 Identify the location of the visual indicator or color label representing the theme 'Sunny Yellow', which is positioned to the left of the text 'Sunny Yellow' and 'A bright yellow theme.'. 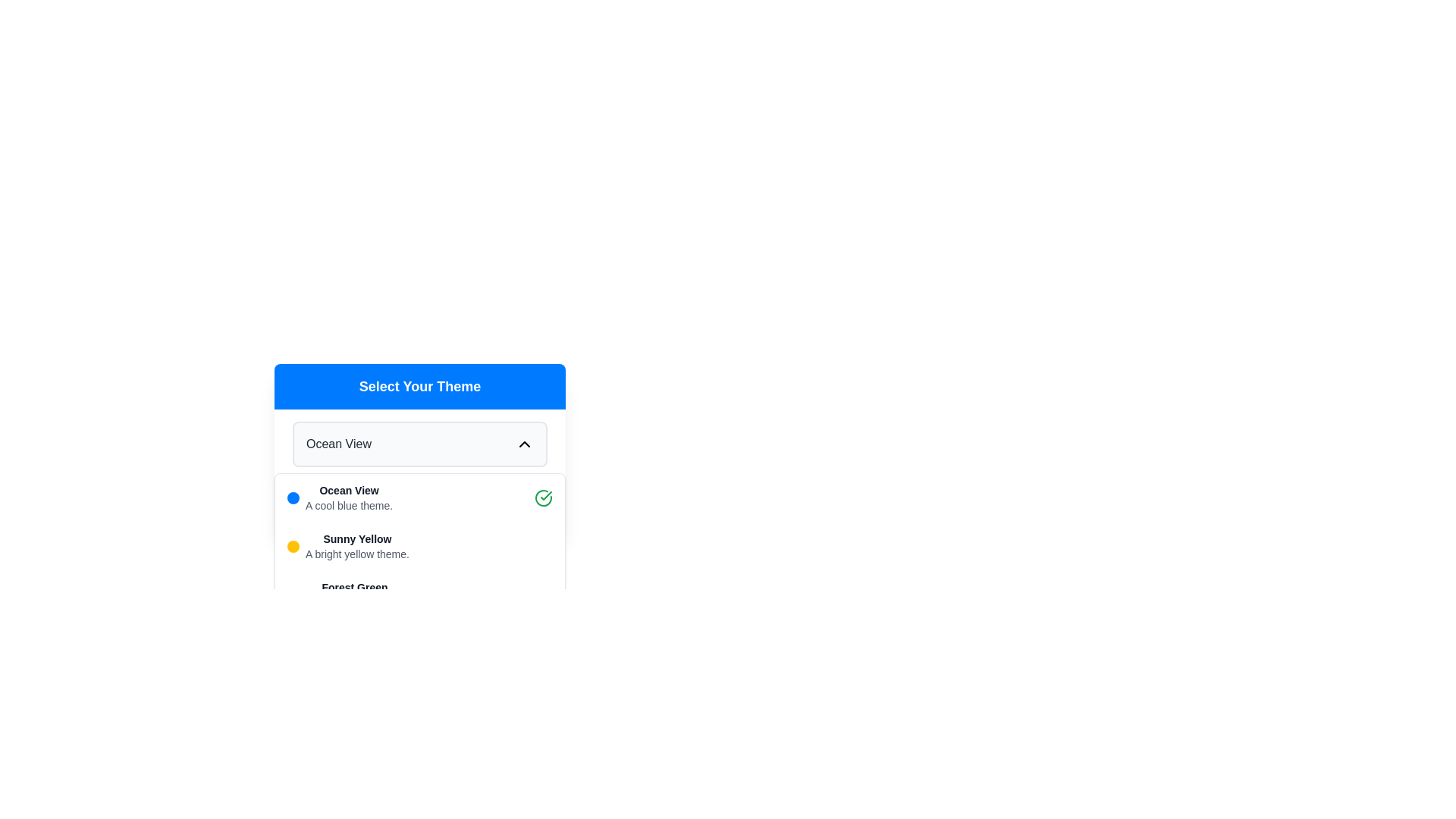
(293, 547).